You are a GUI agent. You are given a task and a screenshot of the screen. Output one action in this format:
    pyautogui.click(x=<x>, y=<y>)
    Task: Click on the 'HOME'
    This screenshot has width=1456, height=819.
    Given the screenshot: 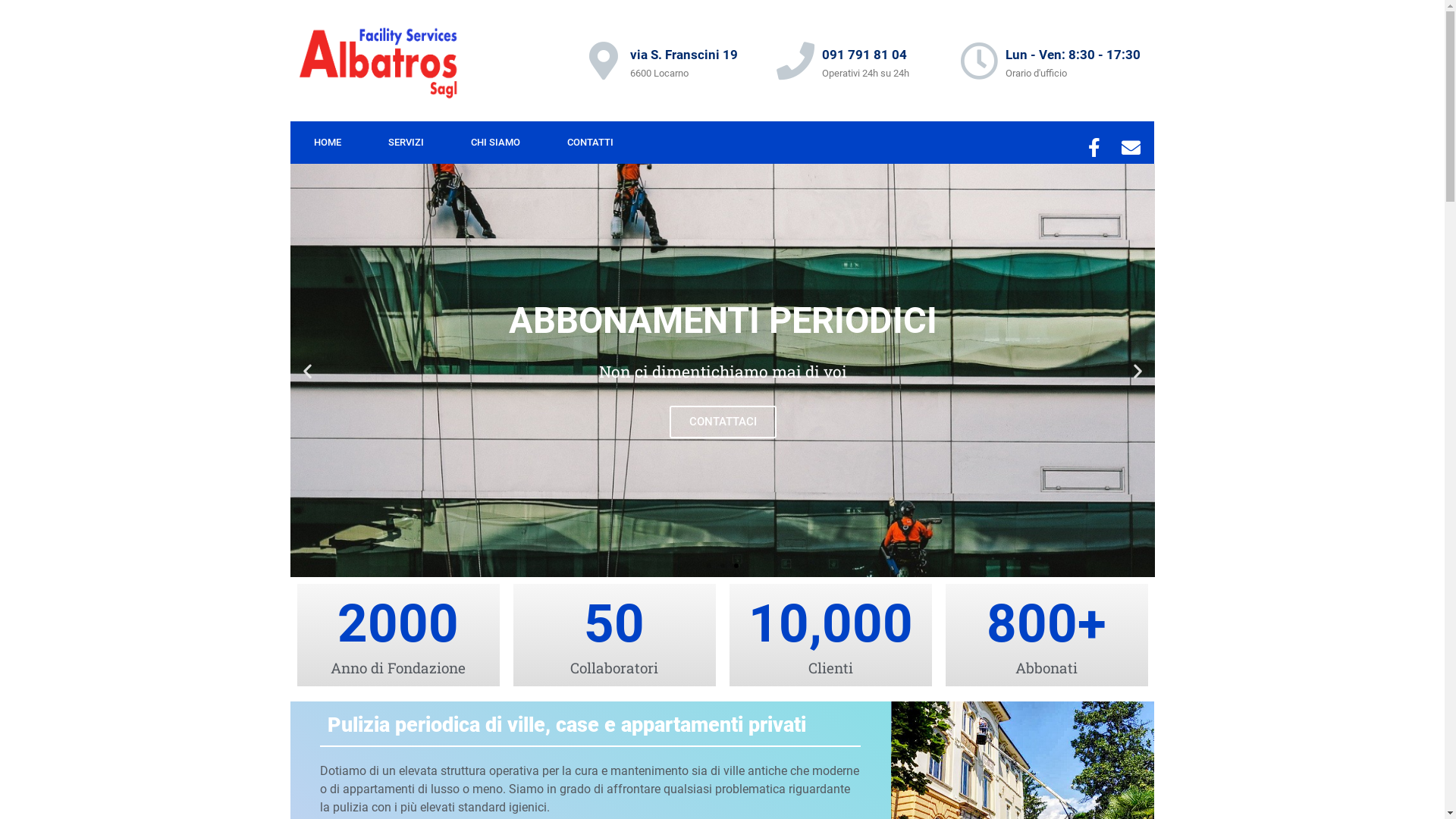 What is the action you would take?
    pyautogui.click(x=326, y=143)
    